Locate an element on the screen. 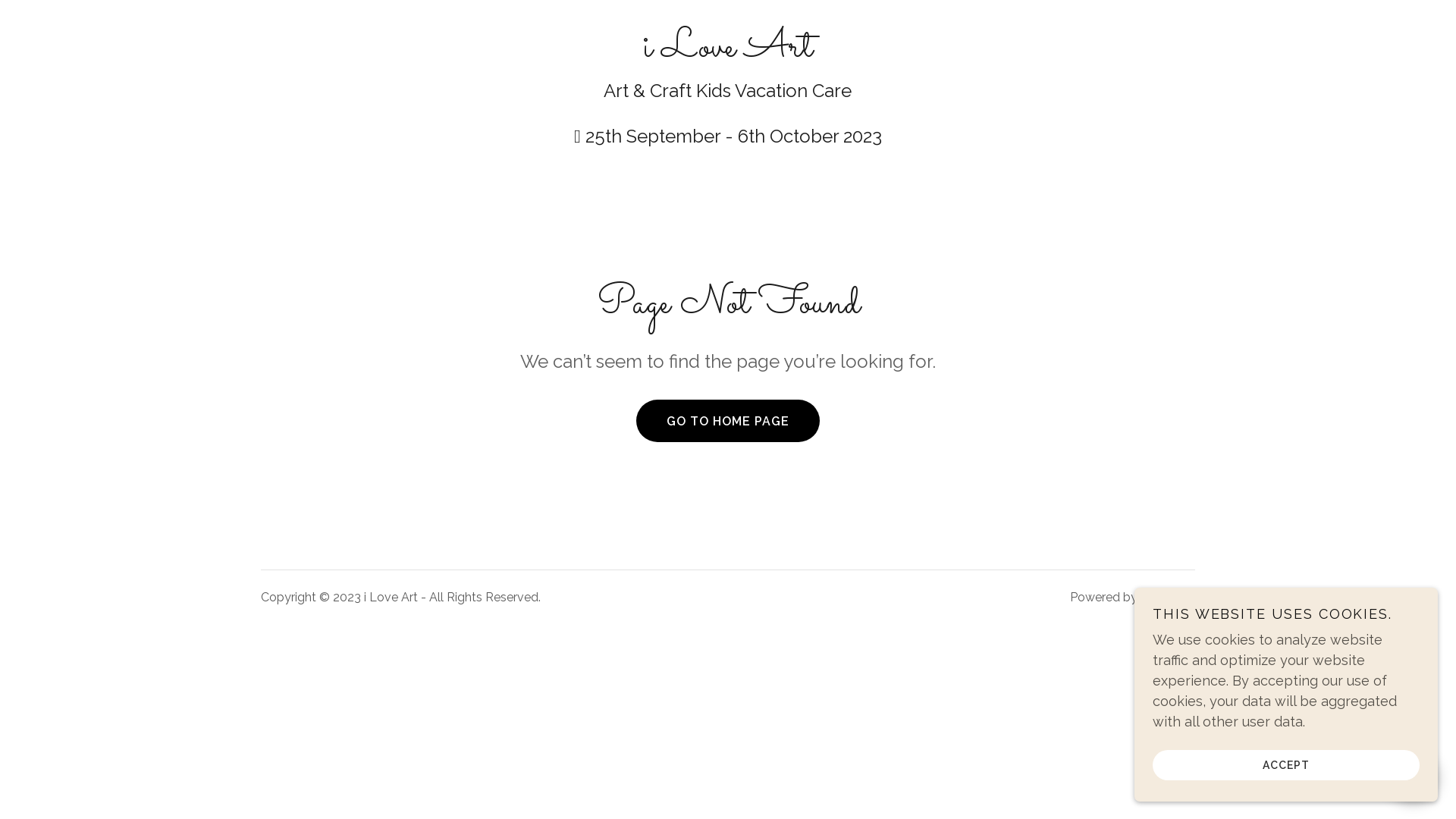 The height and width of the screenshot is (819, 1456). 'GoDaddy' is located at coordinates (1167, 596).